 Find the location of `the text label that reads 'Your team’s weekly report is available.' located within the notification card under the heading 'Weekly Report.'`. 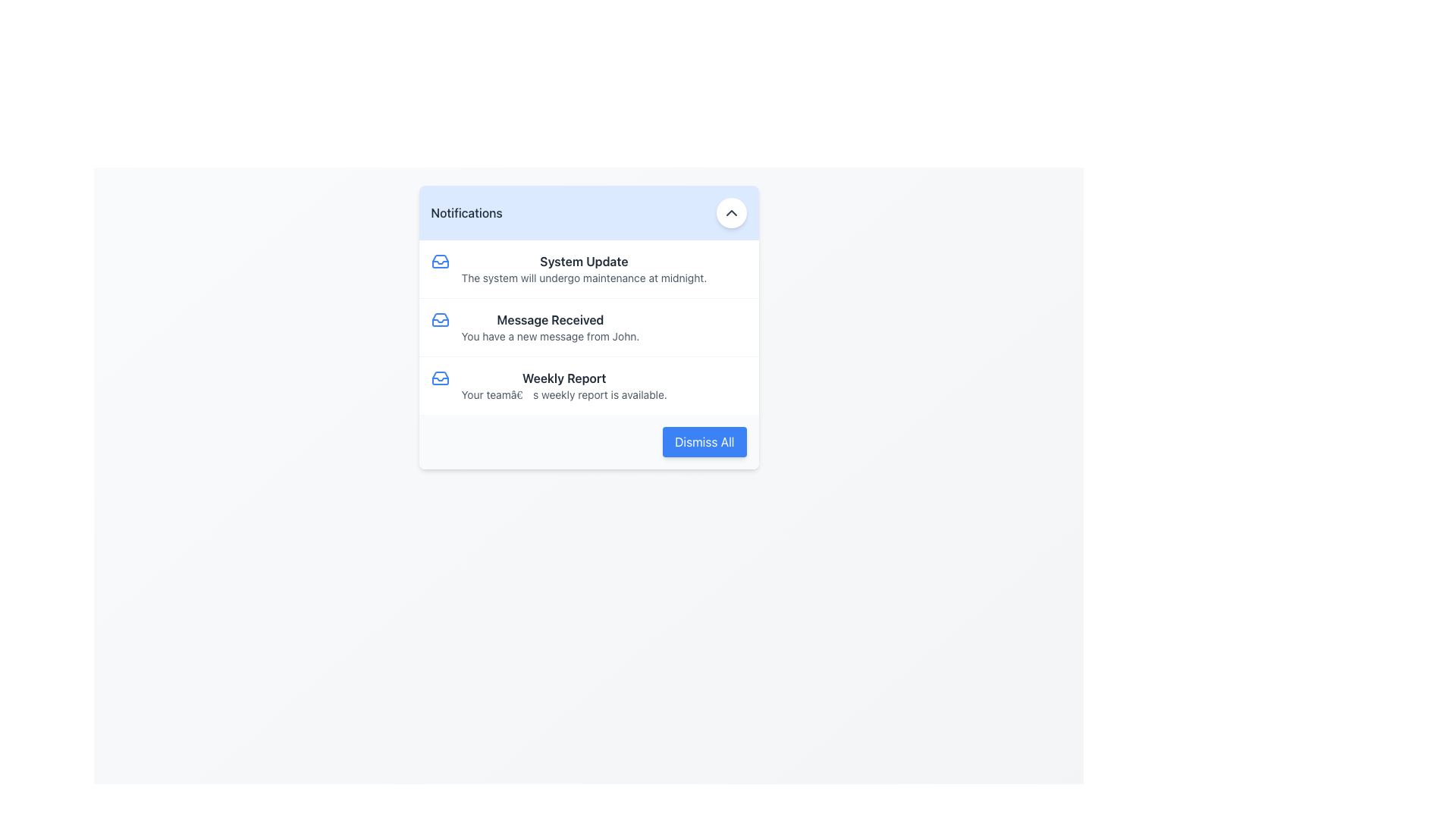

the text label that reads 'Your team’s weekly report is available.' located within the notification card under the heading 'Weekly Report.' is located at coordinates (563, 394).